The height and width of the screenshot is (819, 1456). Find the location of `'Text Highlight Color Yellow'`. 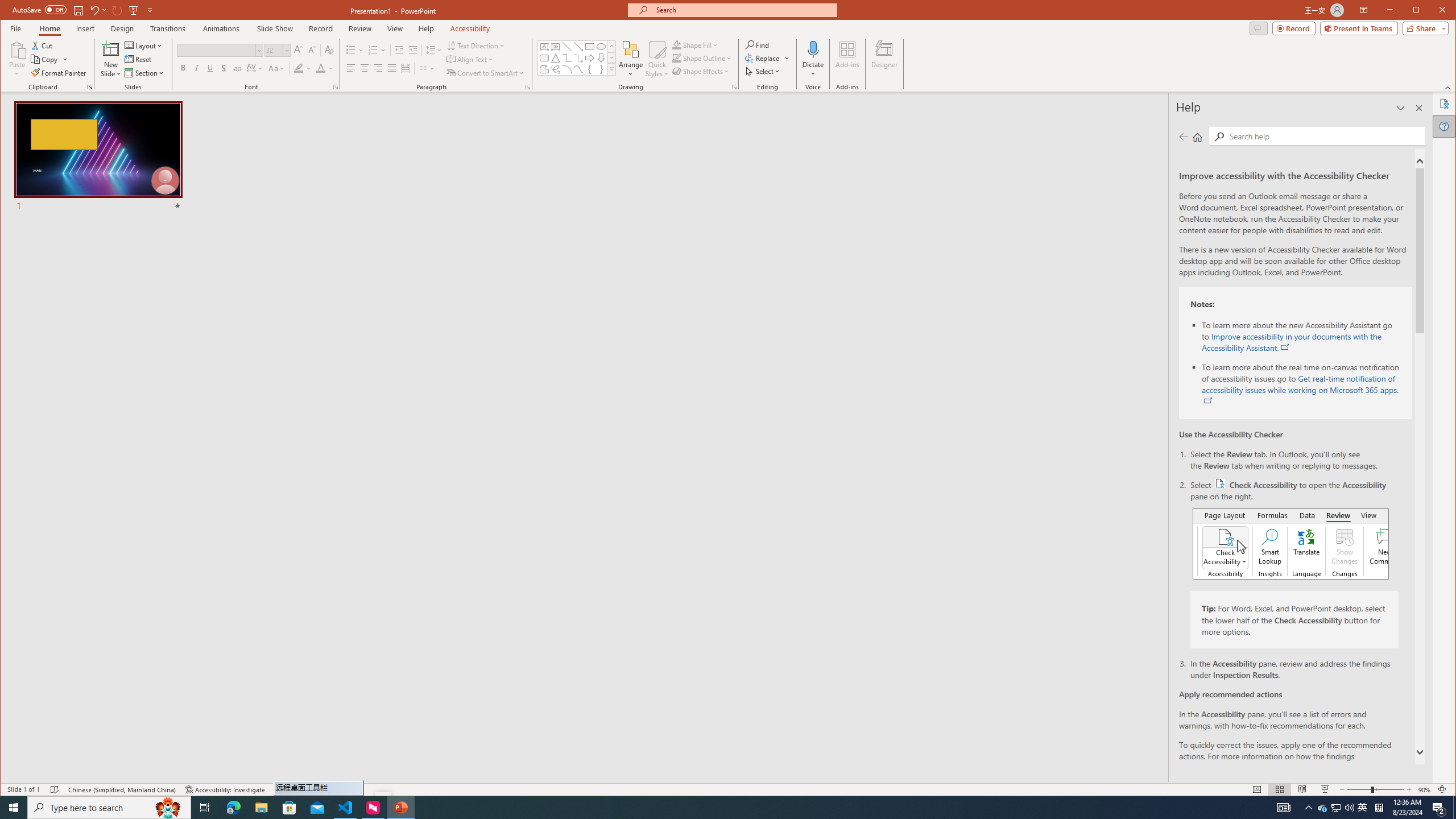

'Text Highlight Color Yellow' is located at coordinates (297, 68).